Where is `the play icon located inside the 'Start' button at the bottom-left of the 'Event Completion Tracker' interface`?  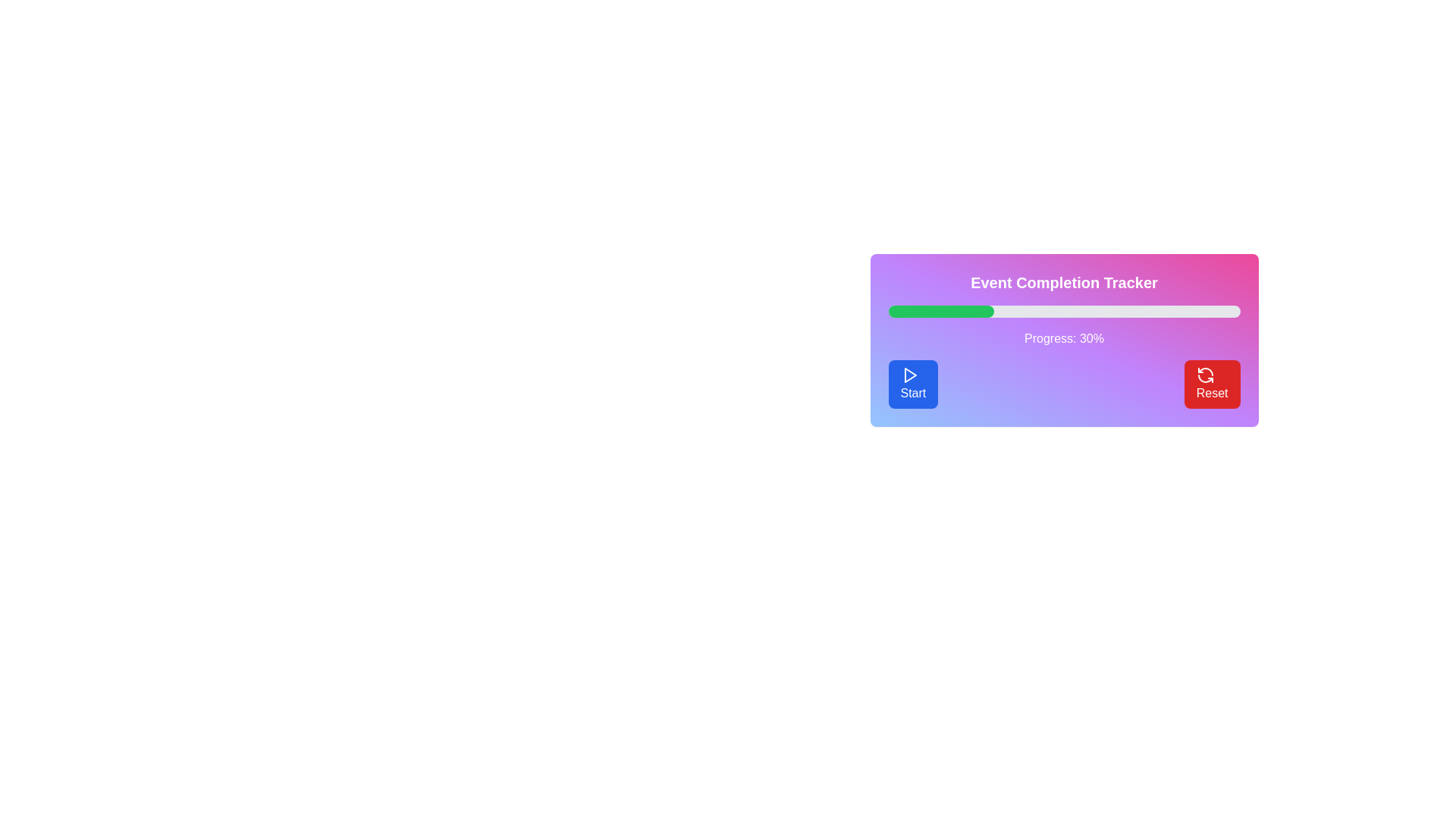
the play icon located inside the 'Start' button at the bottom-left of the 'Event Completion Tracker' interface is located at coordinates (909, 375).